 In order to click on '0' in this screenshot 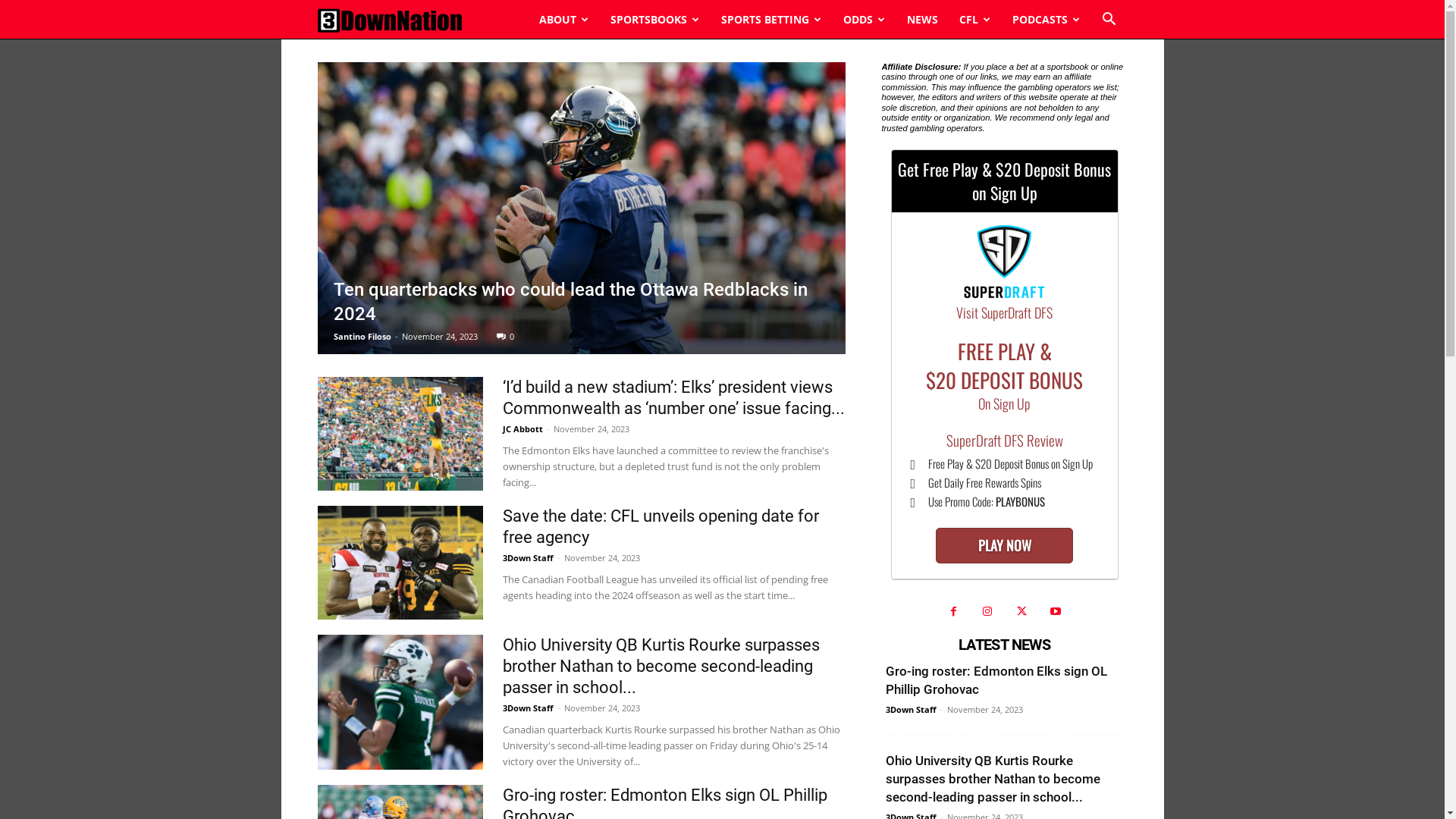, I will do `click(504, 335)`.